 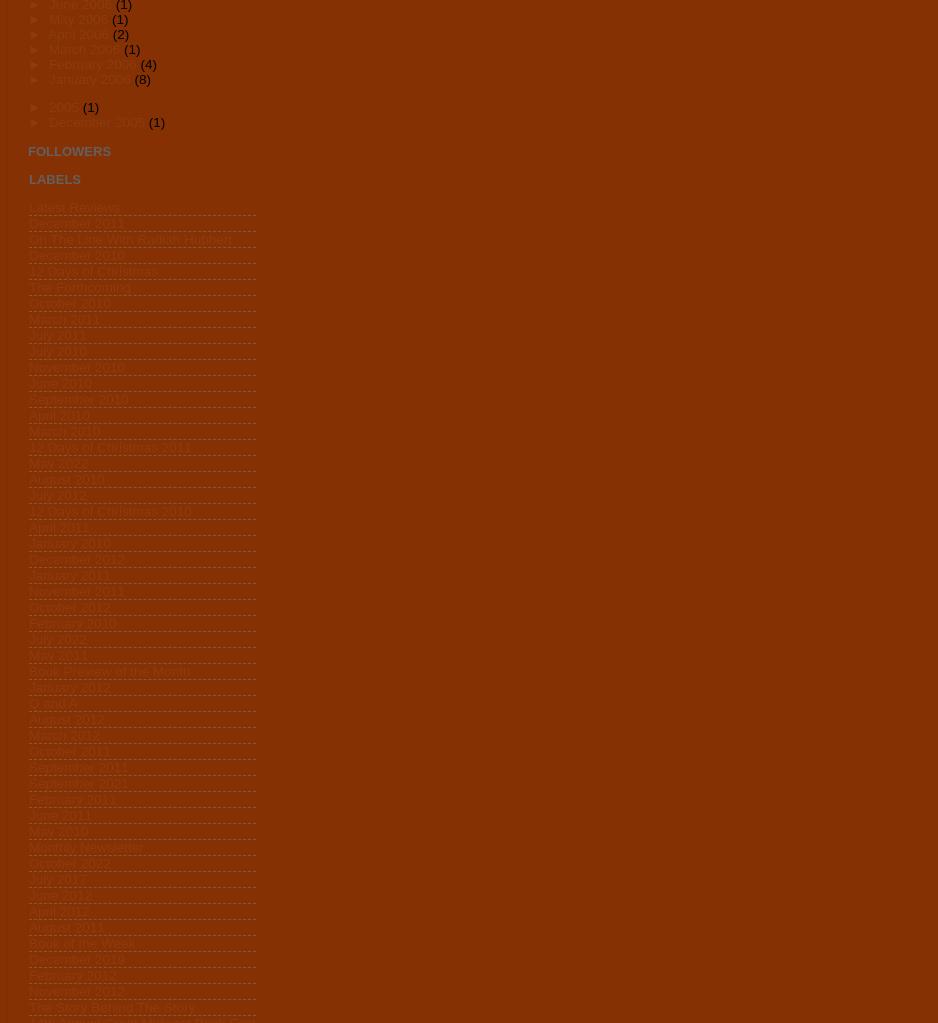 What do you see at coordinates (69, 686) in the screenshot?
I see `'January 2012'` at bounding box center [69, 686].